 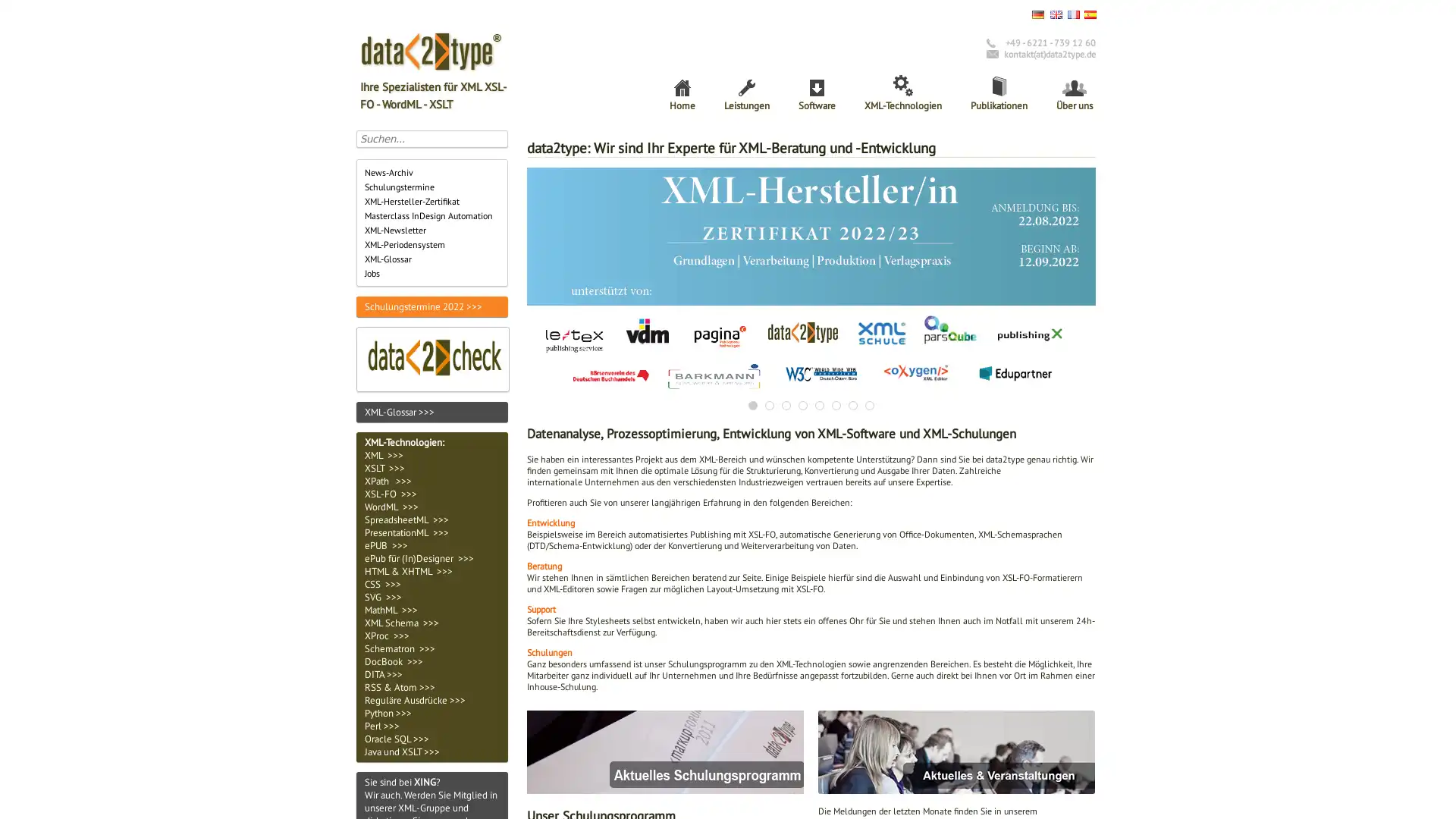 I want to click on Carousel Page 5, so click(x=818, y=403).